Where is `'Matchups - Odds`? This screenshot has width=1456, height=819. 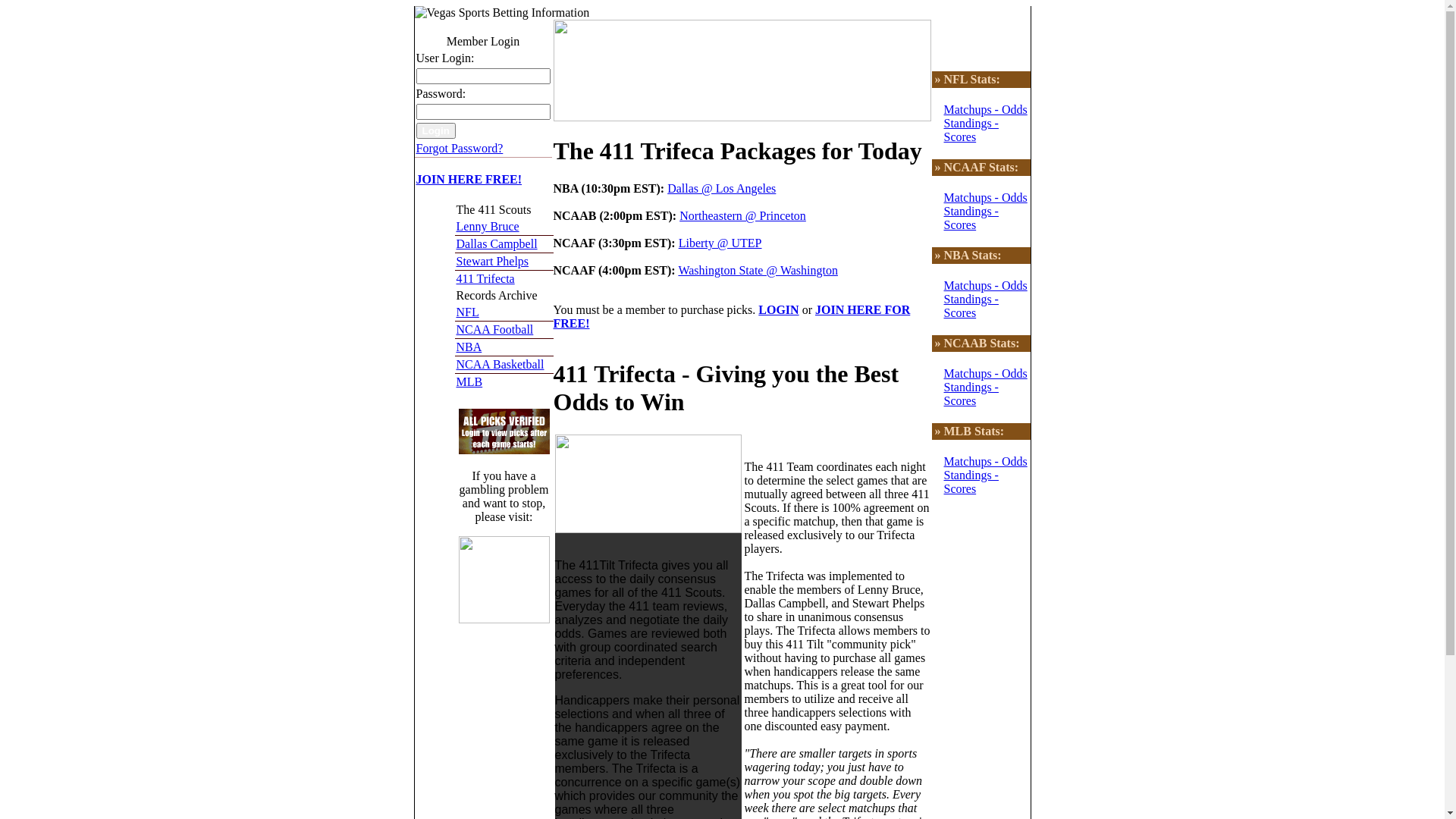
'Matchups - Odds is located at coordinates (985, 129).